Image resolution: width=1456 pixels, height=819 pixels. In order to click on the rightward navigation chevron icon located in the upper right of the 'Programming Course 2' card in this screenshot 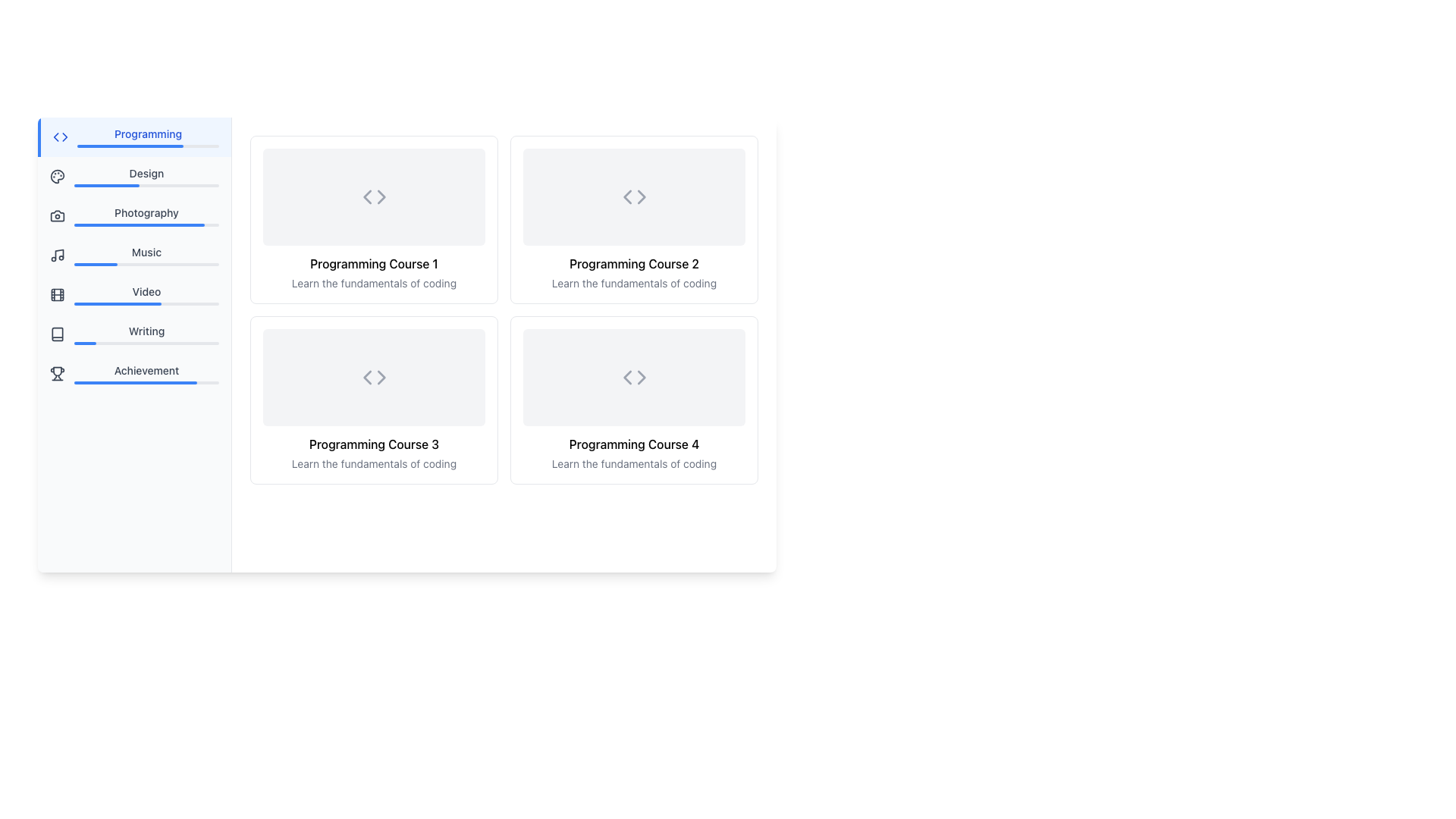, I will do `click(641, 196)`.